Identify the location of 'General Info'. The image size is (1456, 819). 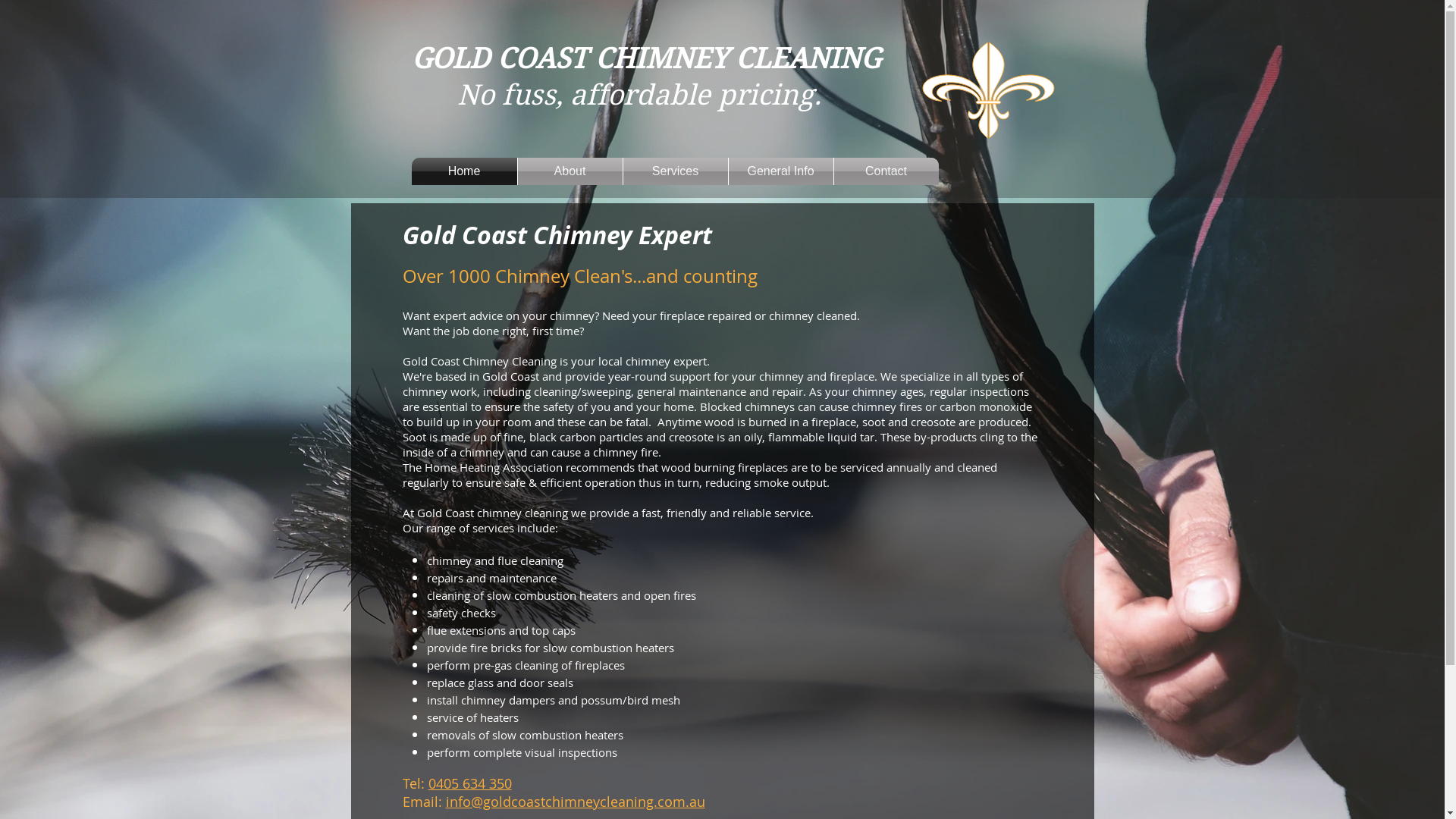
(728, 171).